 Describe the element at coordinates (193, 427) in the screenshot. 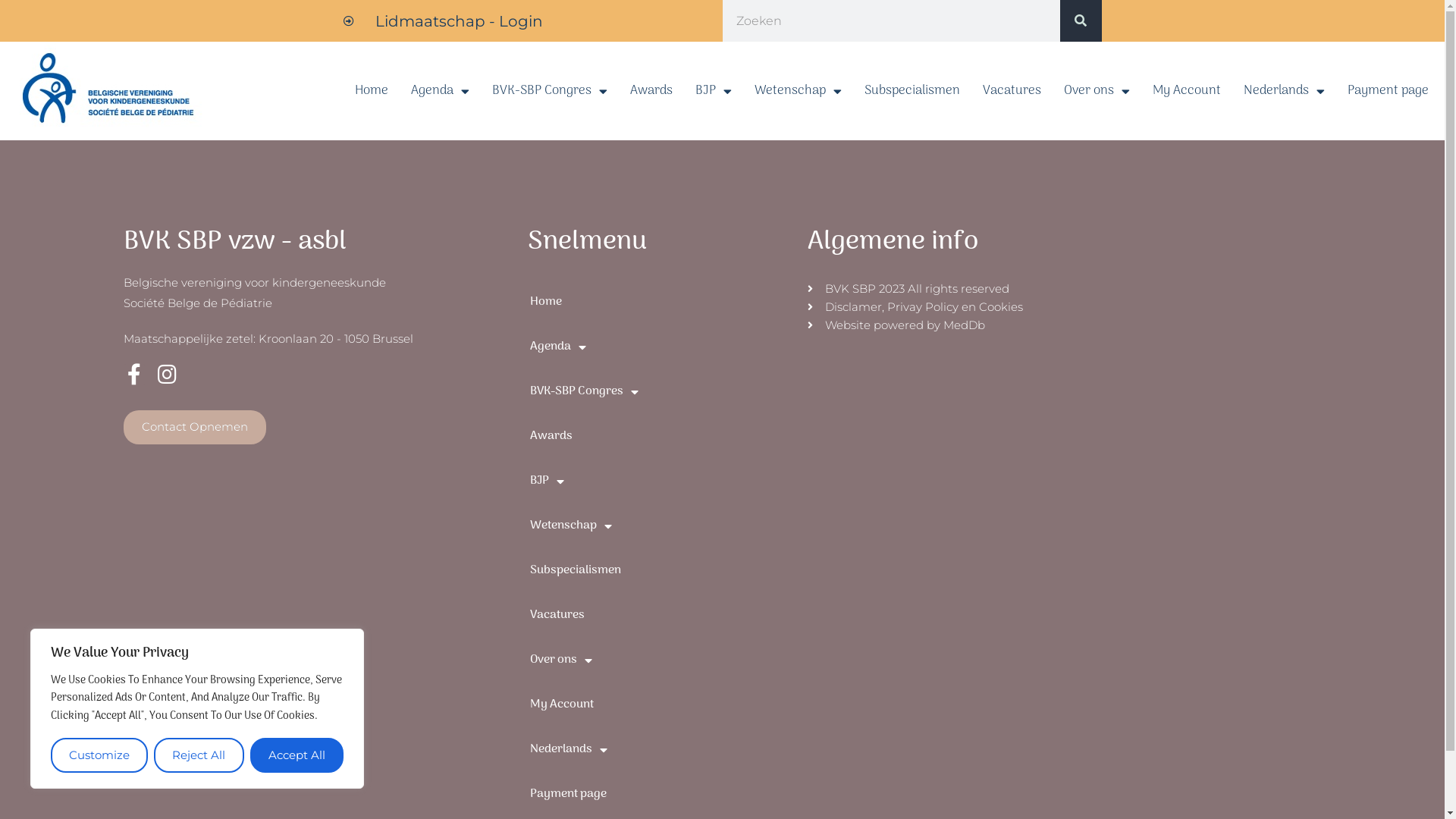

I see `'Contact Opnemen'` at that location.